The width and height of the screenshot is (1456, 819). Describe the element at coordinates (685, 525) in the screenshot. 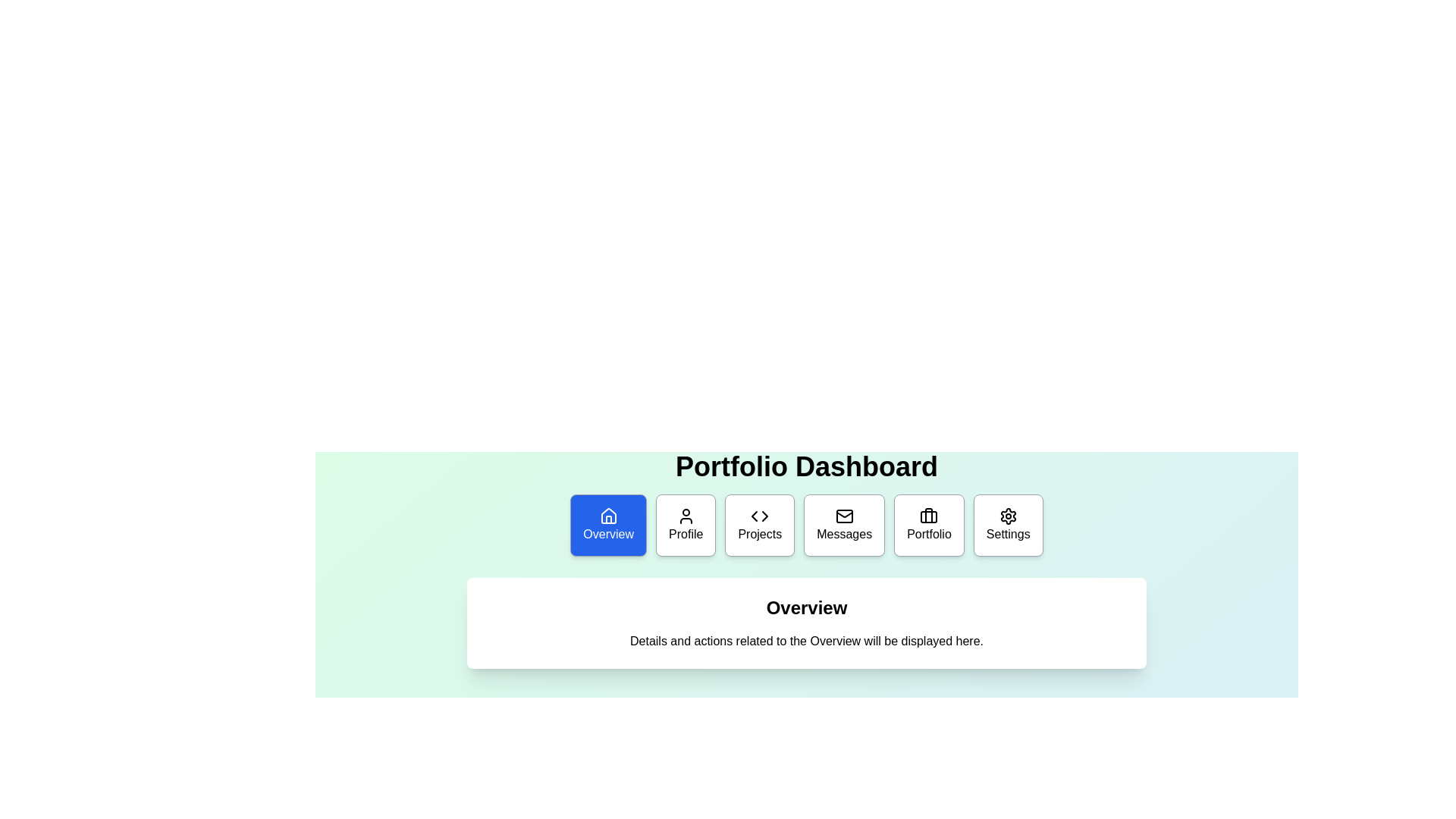

I see `the navigation button located between the 'Overview' and 'Projects' buttons` at that location.